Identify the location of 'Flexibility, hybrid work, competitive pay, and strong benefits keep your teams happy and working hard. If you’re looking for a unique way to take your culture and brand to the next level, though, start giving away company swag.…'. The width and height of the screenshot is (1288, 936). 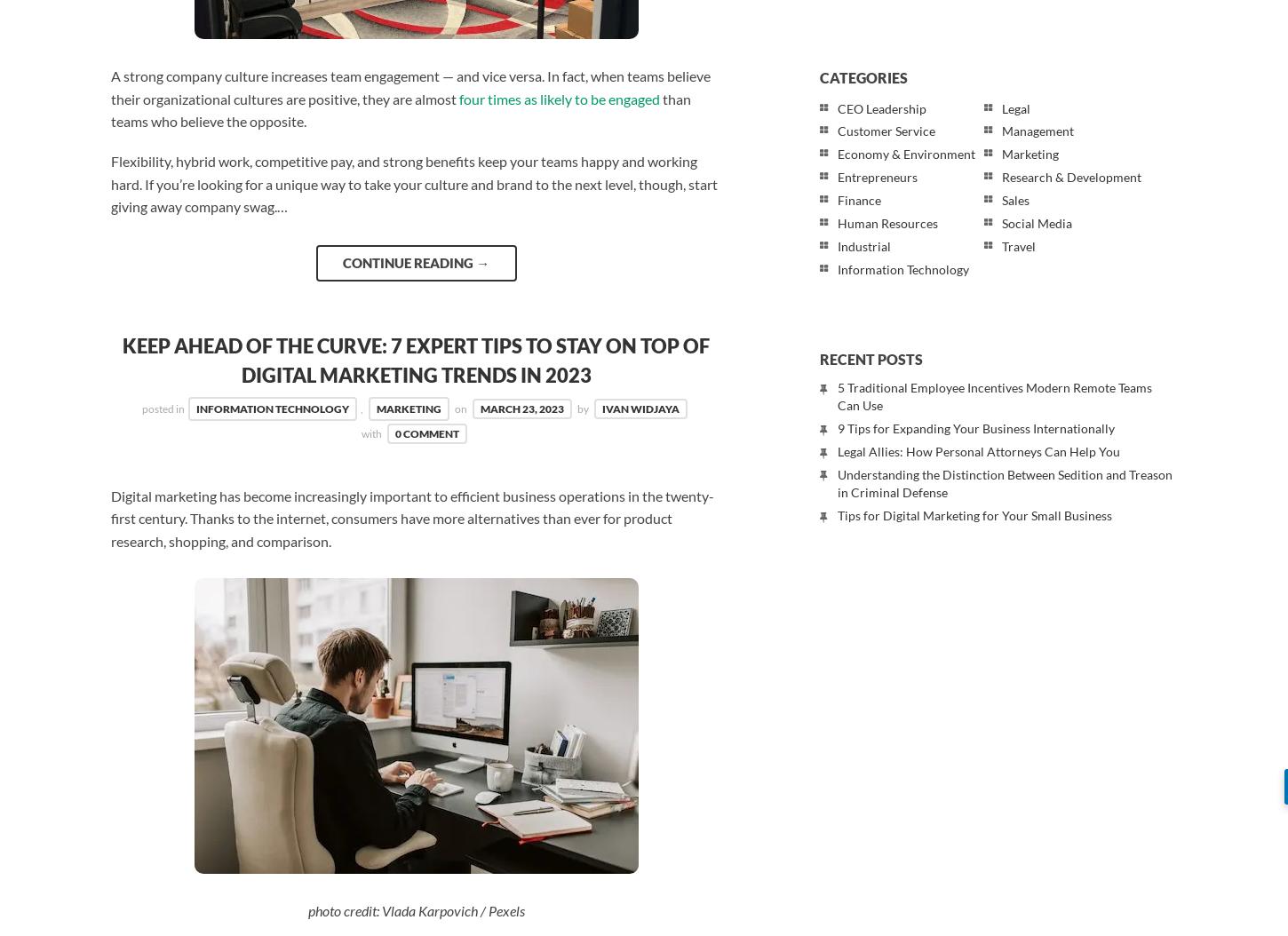
(413, 183).